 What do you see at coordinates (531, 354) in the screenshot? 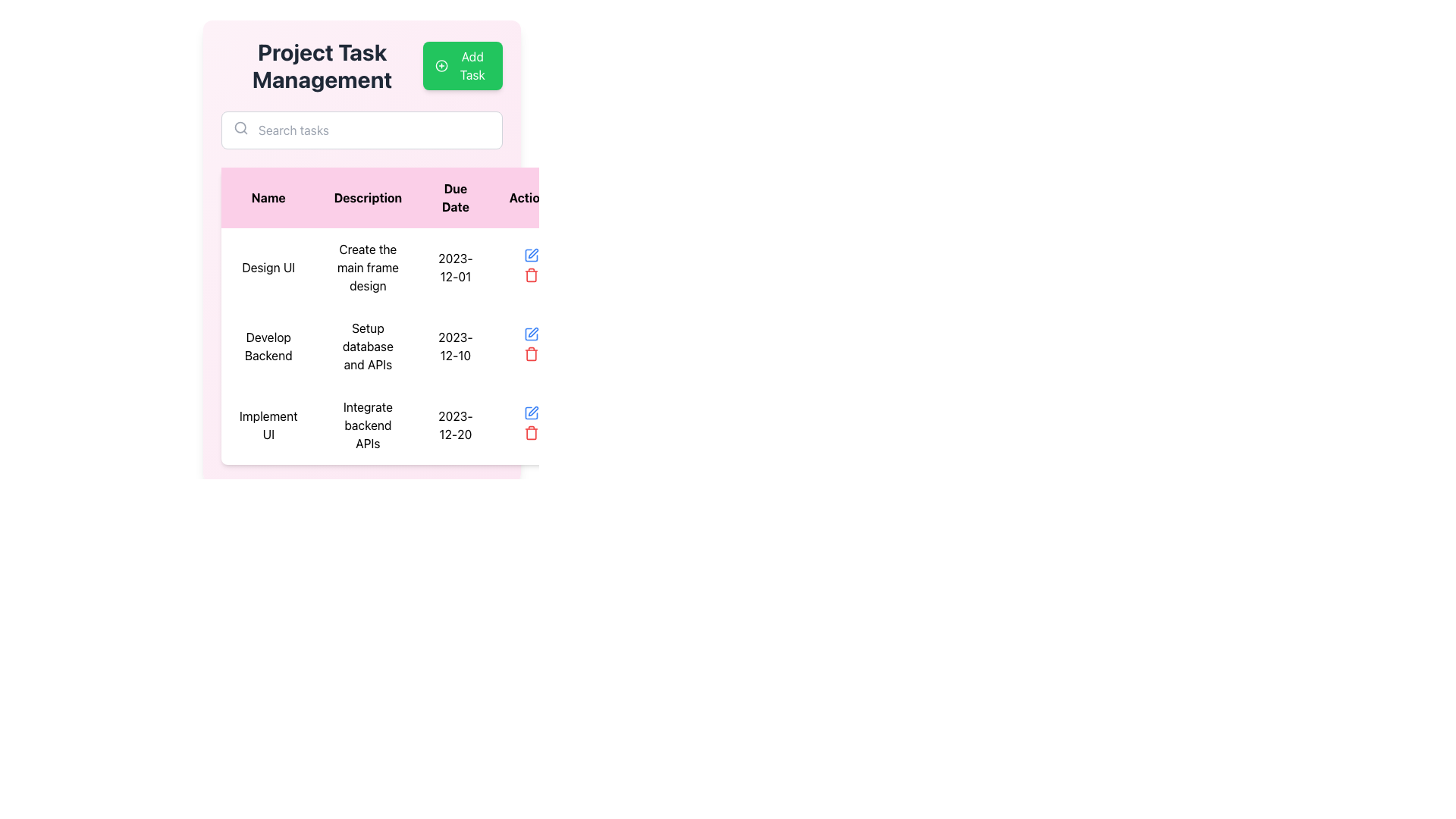
I see `the Trash icon located in the 'Actions' column of the task table, aligned with the 'Develop Backend' row` at bounding box center [531, 354].